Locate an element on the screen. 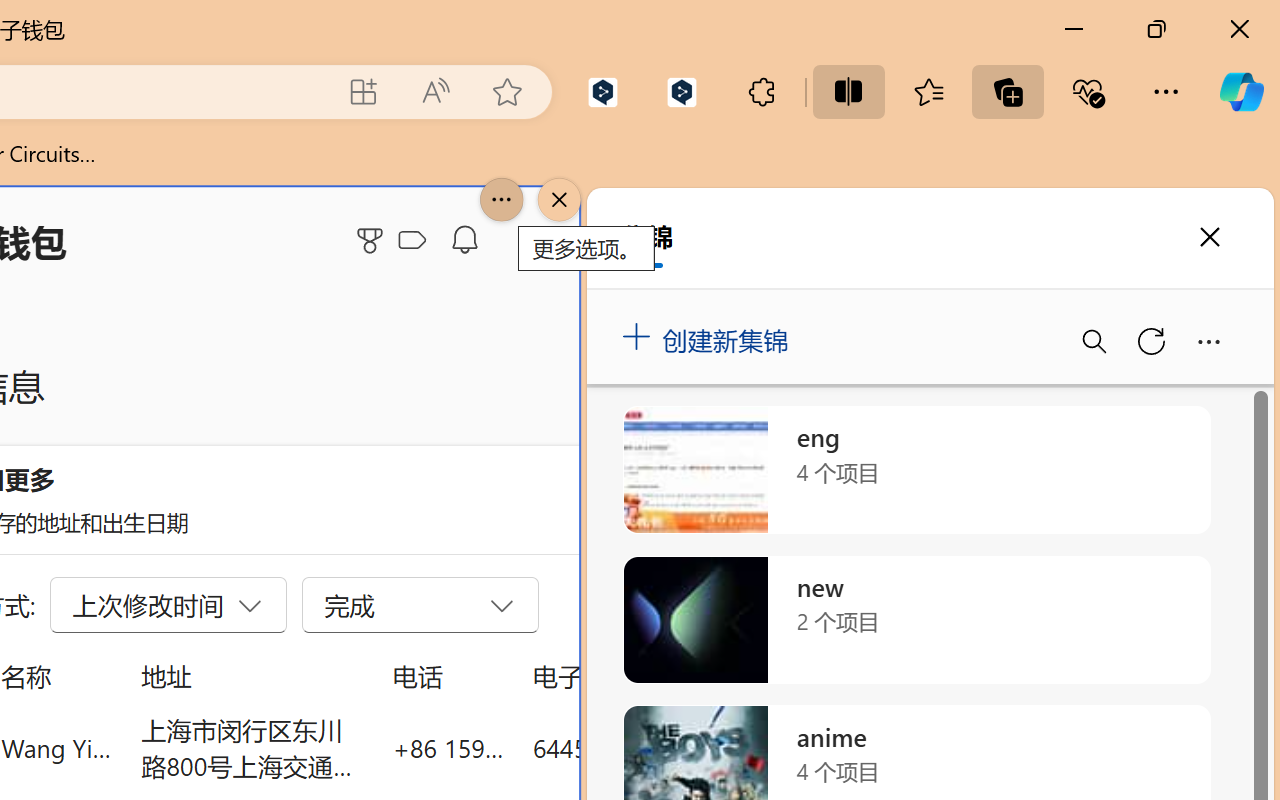  '644553698@qq.com' is located at coordinates (644, 747).